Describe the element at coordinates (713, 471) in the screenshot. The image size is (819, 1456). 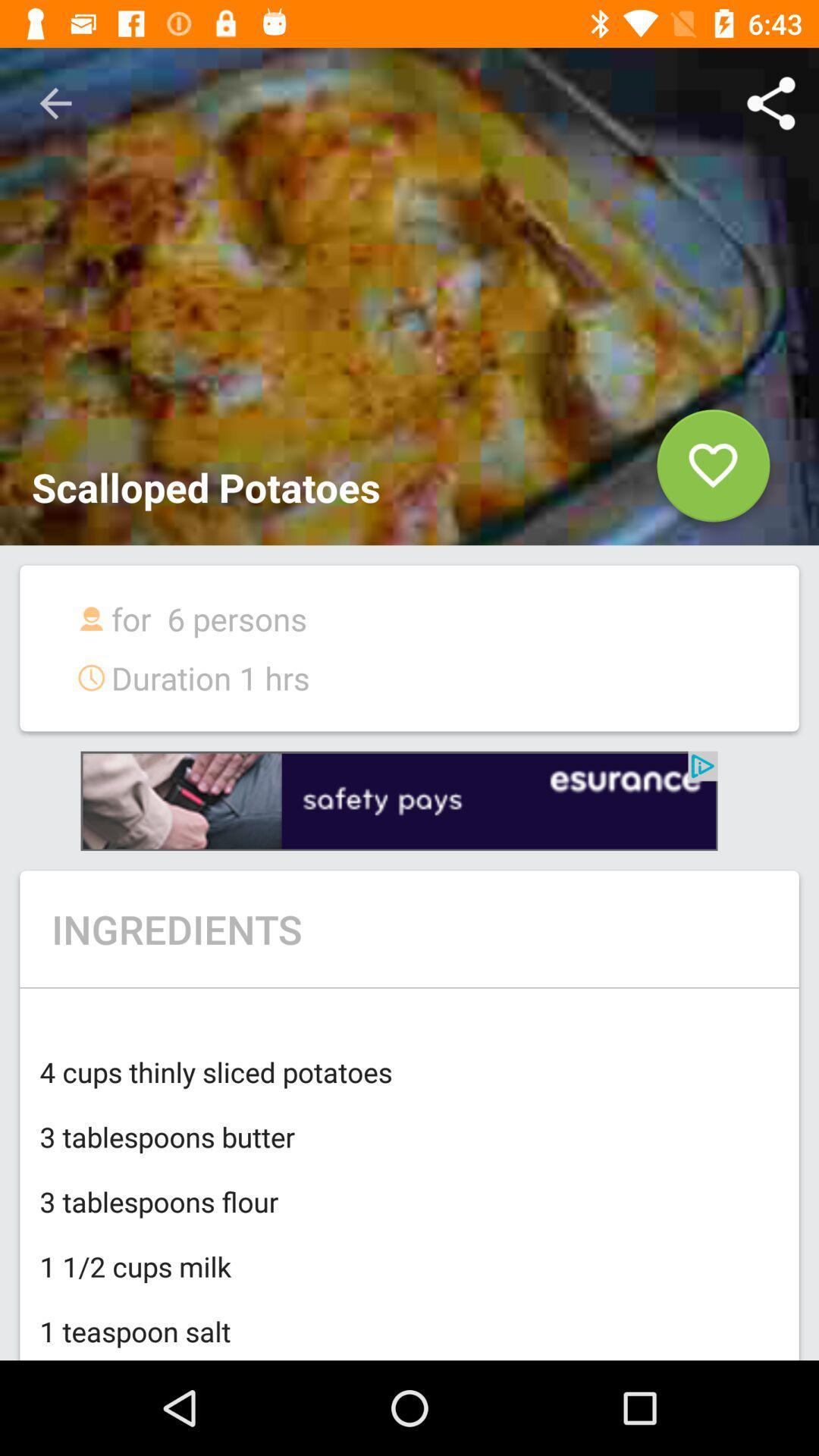
I see `like this recipe` at that location.